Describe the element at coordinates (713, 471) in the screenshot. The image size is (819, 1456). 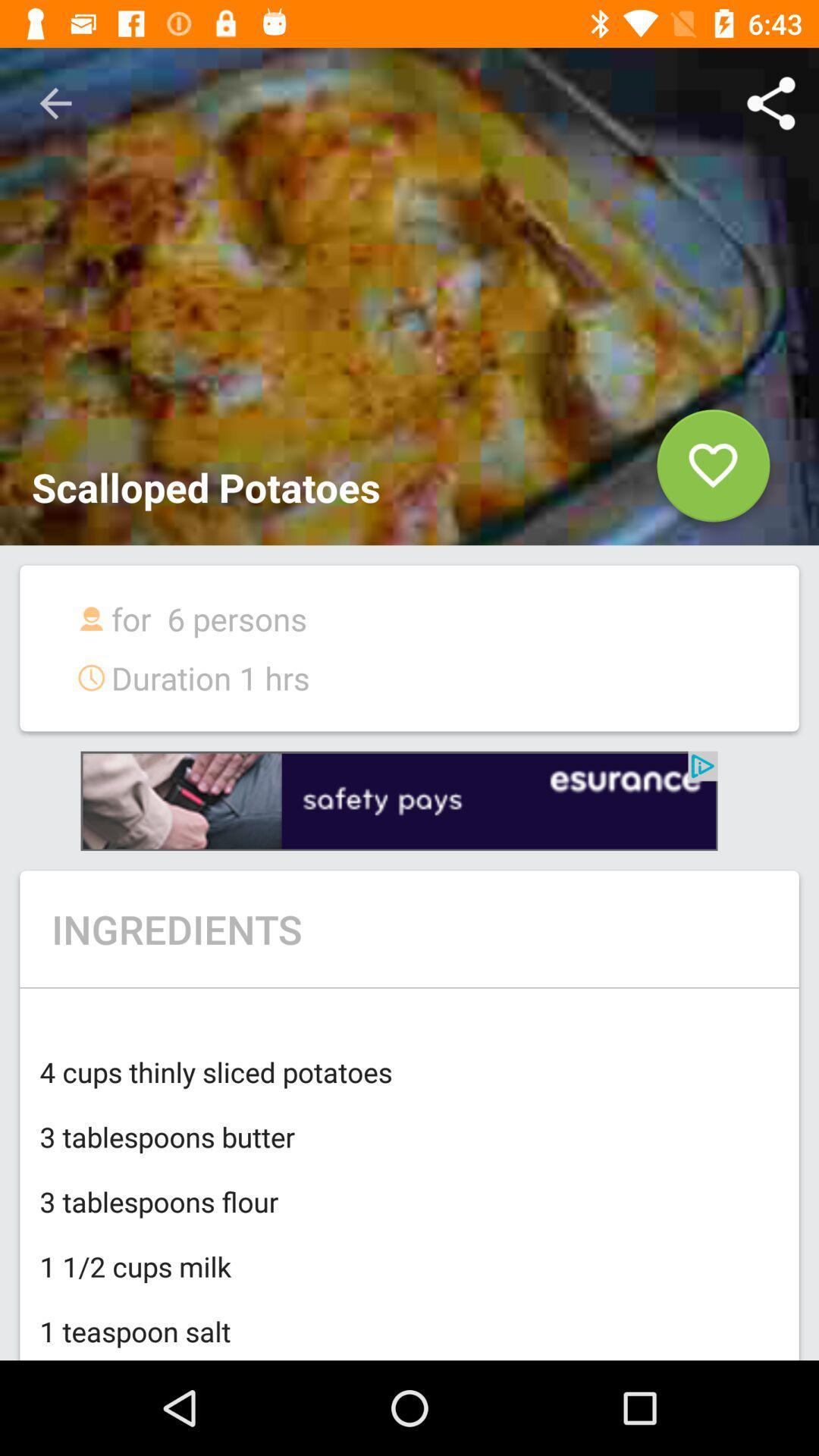
I see `like this recipe` at that location.